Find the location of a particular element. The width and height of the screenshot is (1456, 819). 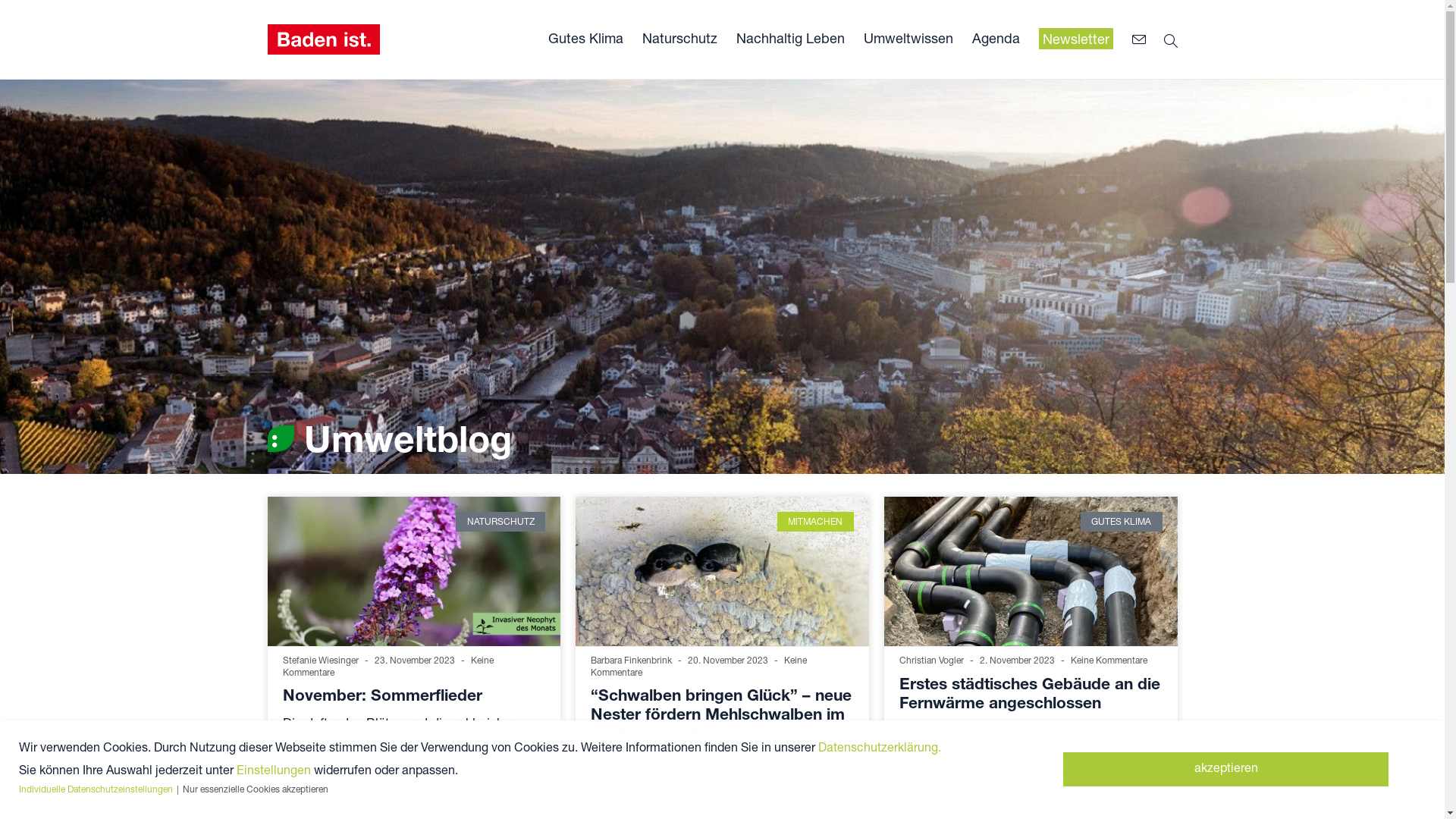

'Agenda' is located at coordinates (996, 37).